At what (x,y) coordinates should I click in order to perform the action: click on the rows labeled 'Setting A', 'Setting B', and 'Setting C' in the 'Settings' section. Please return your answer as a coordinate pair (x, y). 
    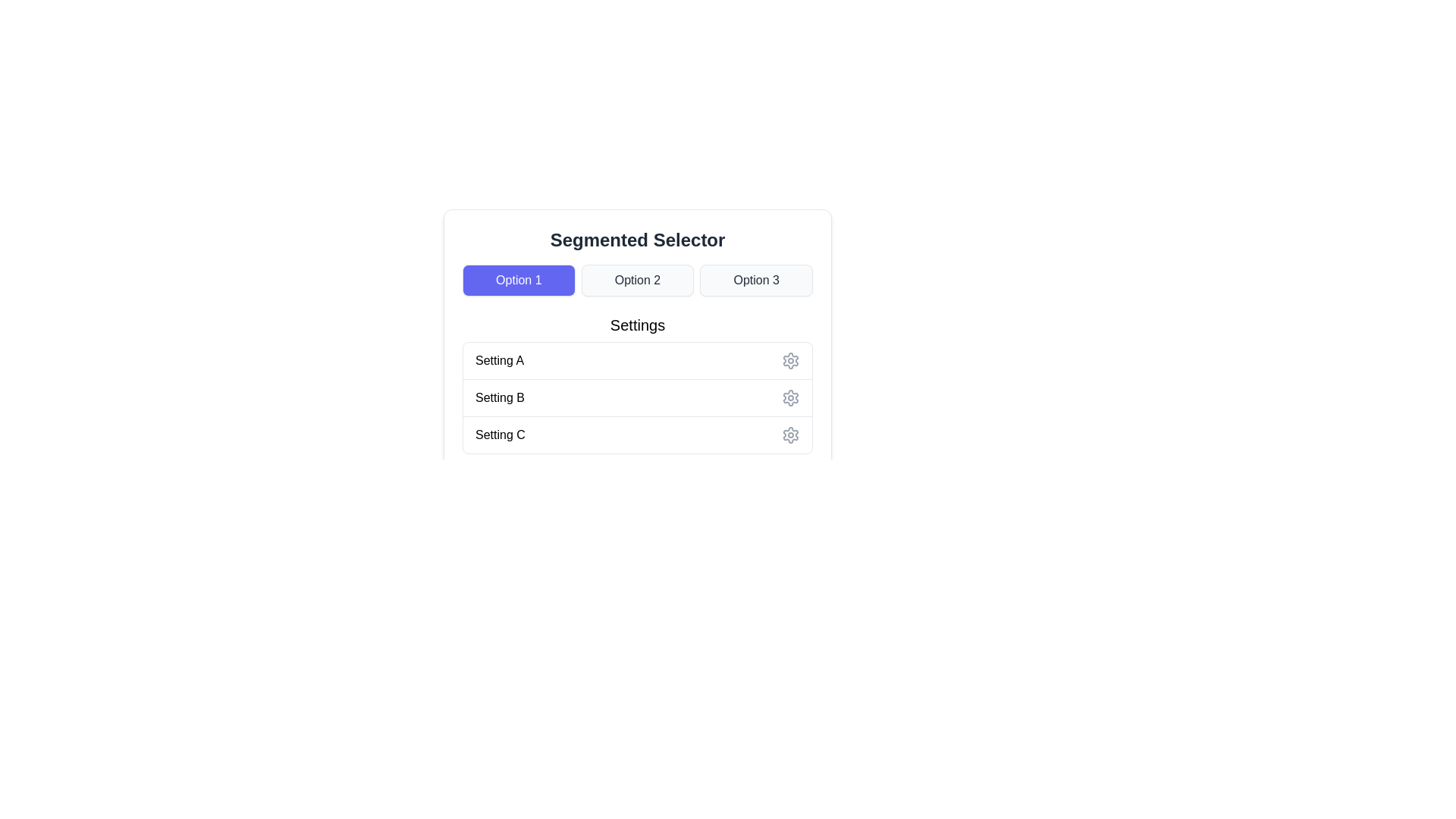
    Looking at the image, I should click on (637, 383).